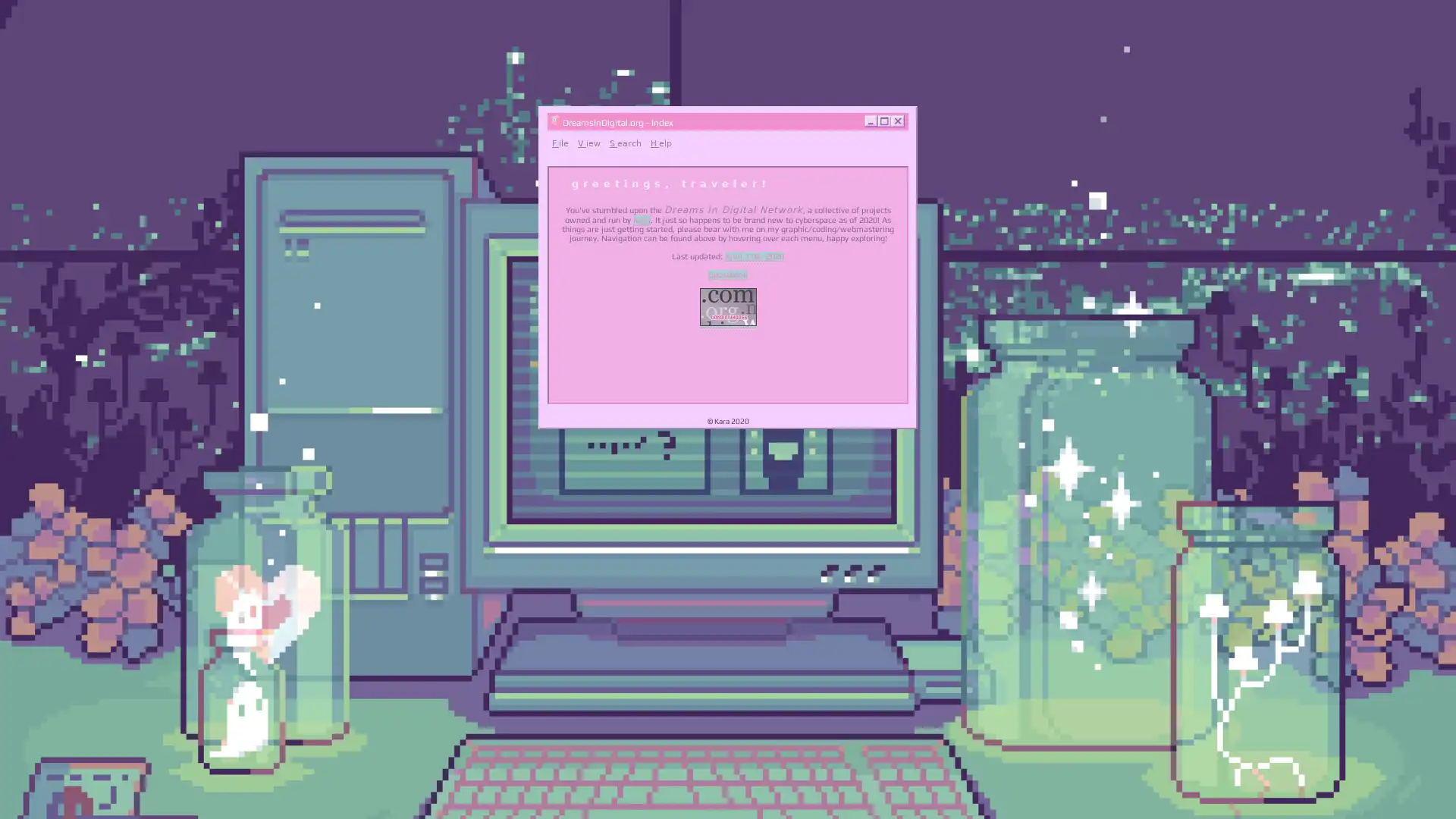  Describe the element at coordinates (560, 143) in the screenshot. I see `File` at that location.